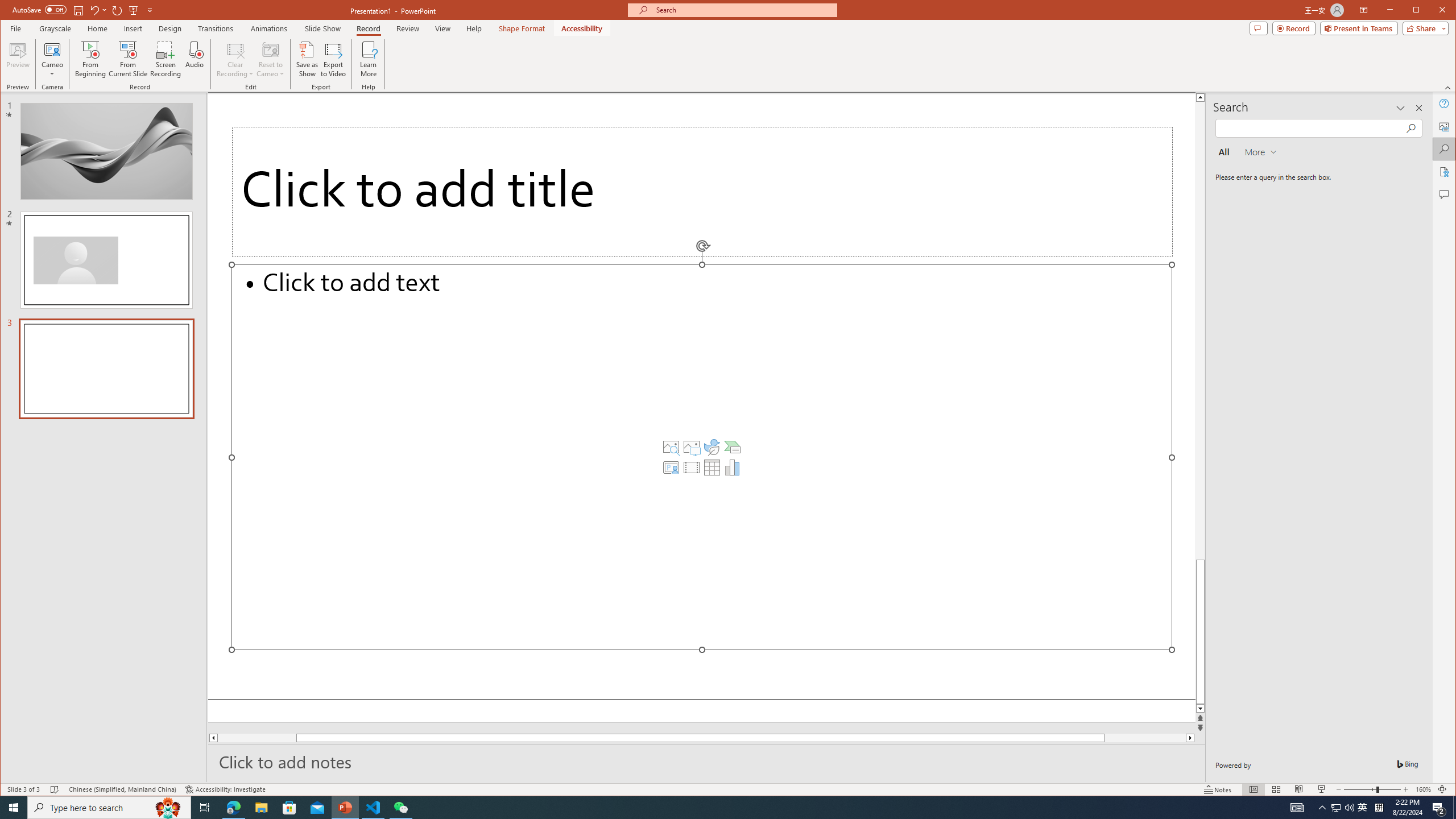 The width and height of the screenshot is (1456, 819). What do you see at coordinates (712, 446) in the screenshot?
I see `'Insert an Icon'` at bounding box center [712, 446].